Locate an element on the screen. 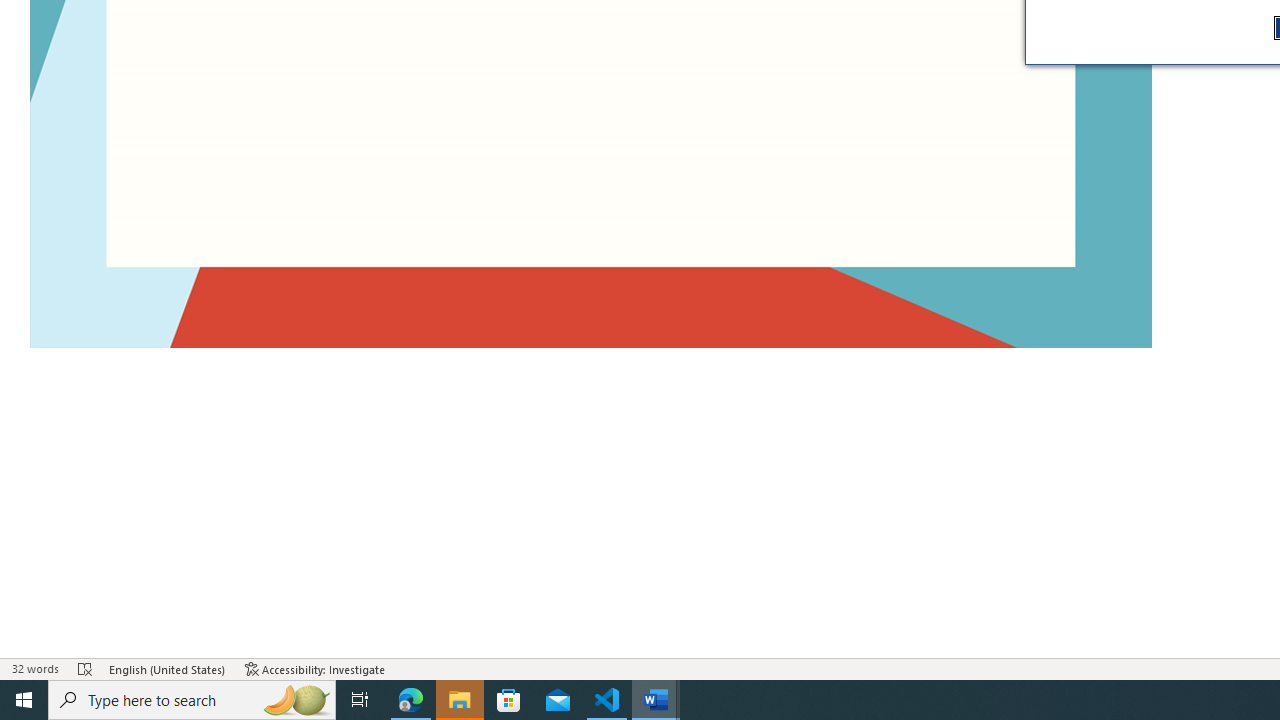 This screenshot has width=1280, height=720. 'Word Count 32 words' is located at coordinates (35, 669).